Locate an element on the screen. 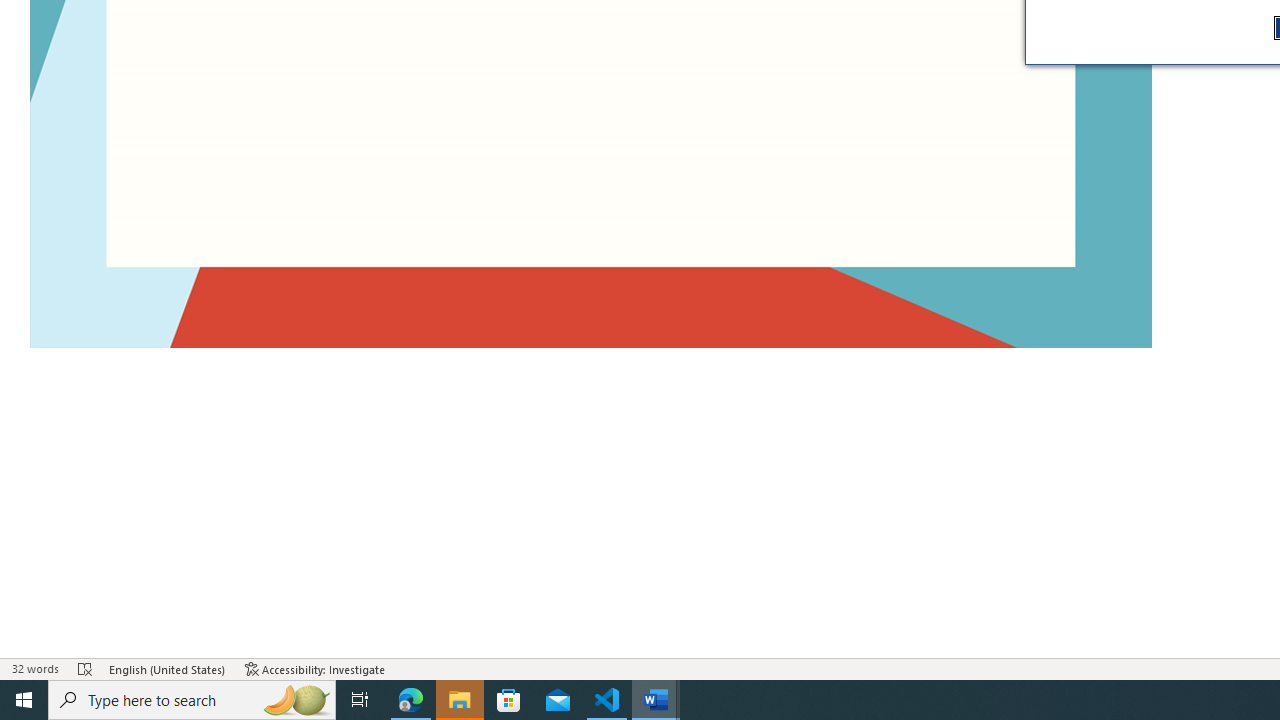 This screenshot has width=1280, height=720. 'Word Count 32 words' is located at coordinates (35, 669).